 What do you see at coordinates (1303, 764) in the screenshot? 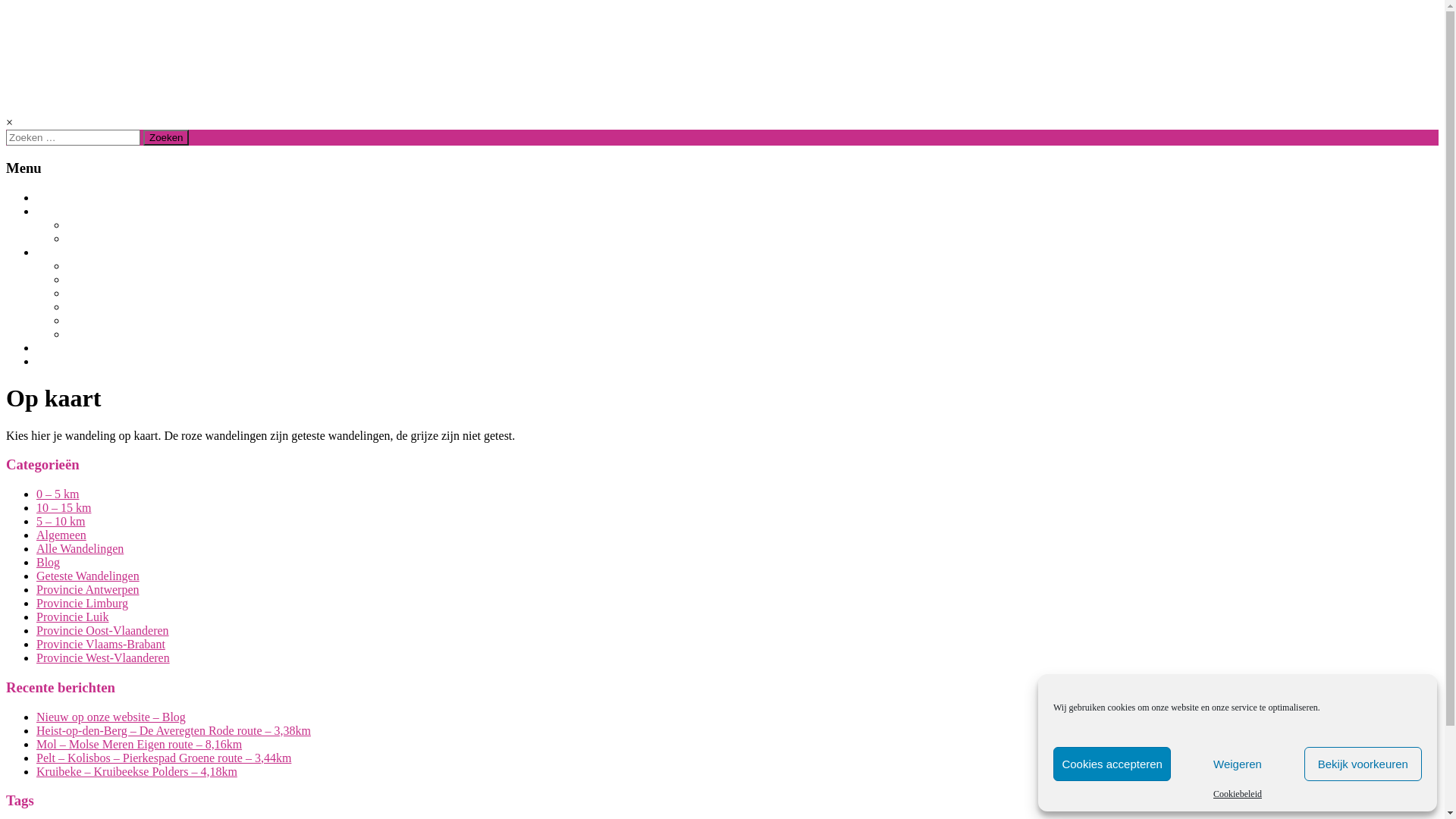
I see `'Bekijk voorkeuren'` at bounding box center [1303, 764].